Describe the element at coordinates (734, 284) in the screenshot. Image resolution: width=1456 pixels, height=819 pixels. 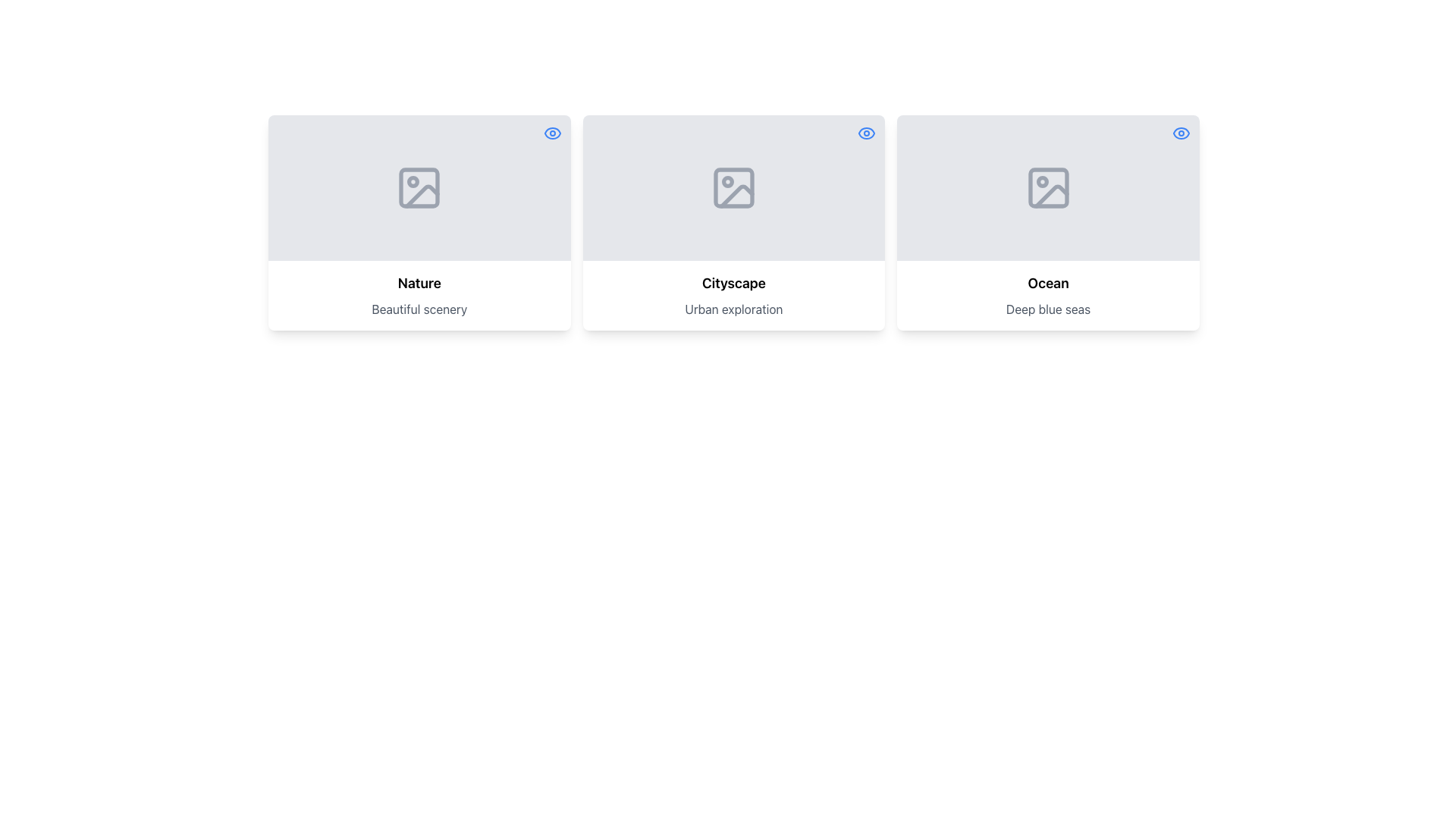
I see `the bold, black text label reading 'Cityscape' at the top of the central card in a three-card arrangement` at that location.